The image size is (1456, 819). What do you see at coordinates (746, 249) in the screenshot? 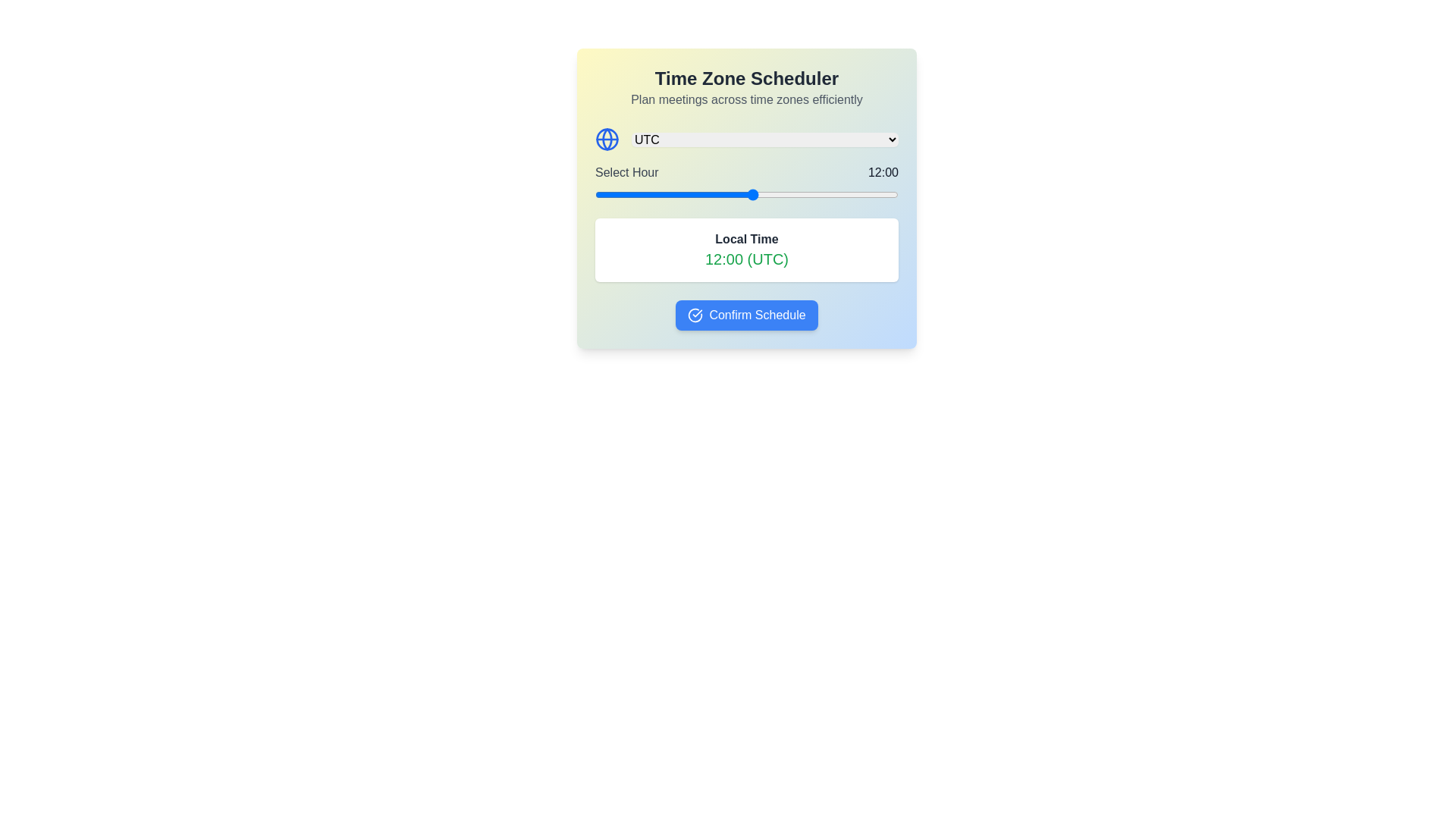
I see `the informative text block that displays the local time, located centrally beneath the 'Select Hour' section and above the 'Confirm Schedule' button` at bounding box center [746, 249].